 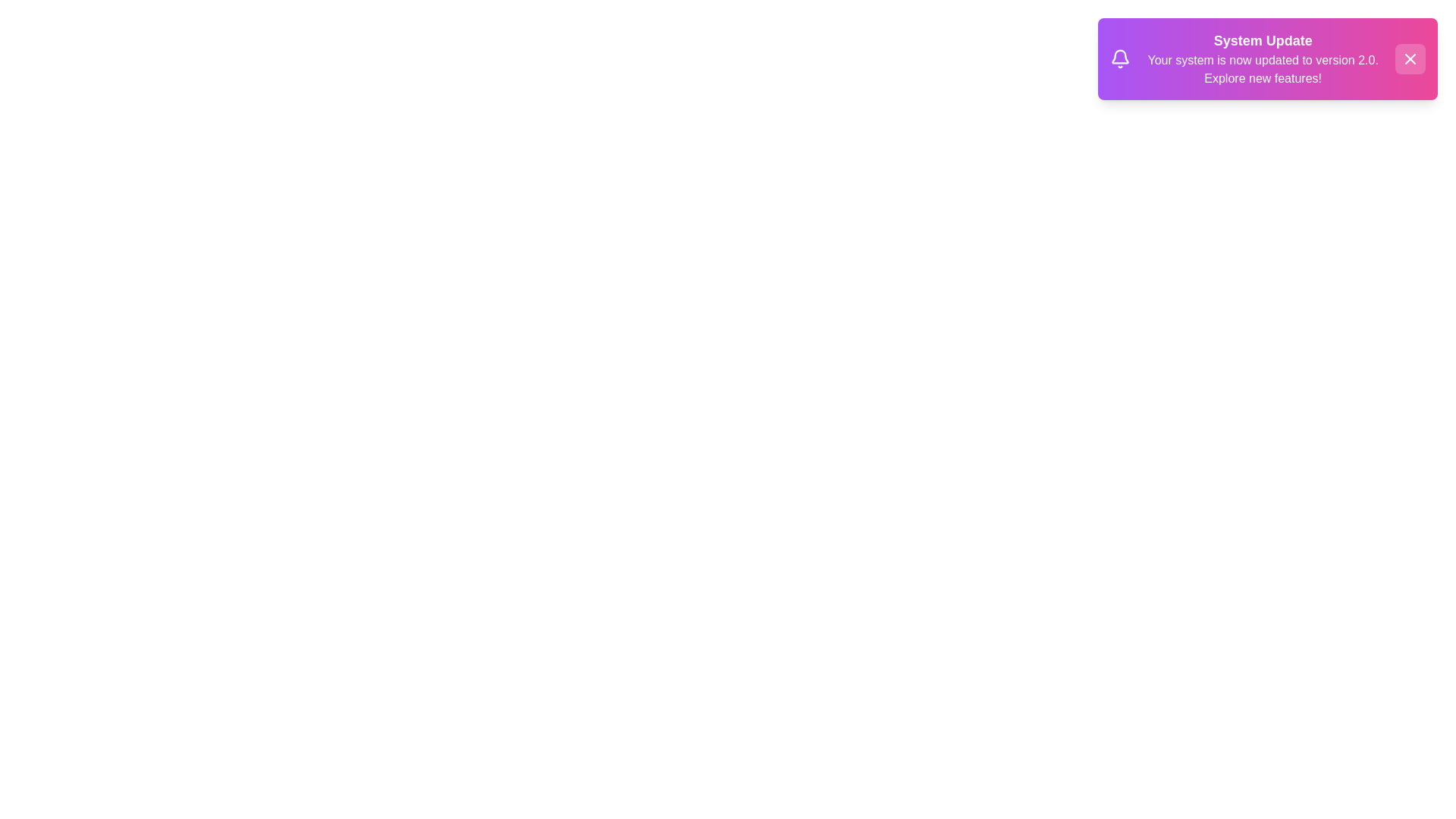 What do you see at coordinates (1120, 58) in the screenshot?
I see `the bell icon to interact with it` at bounding box center [1120, 58].